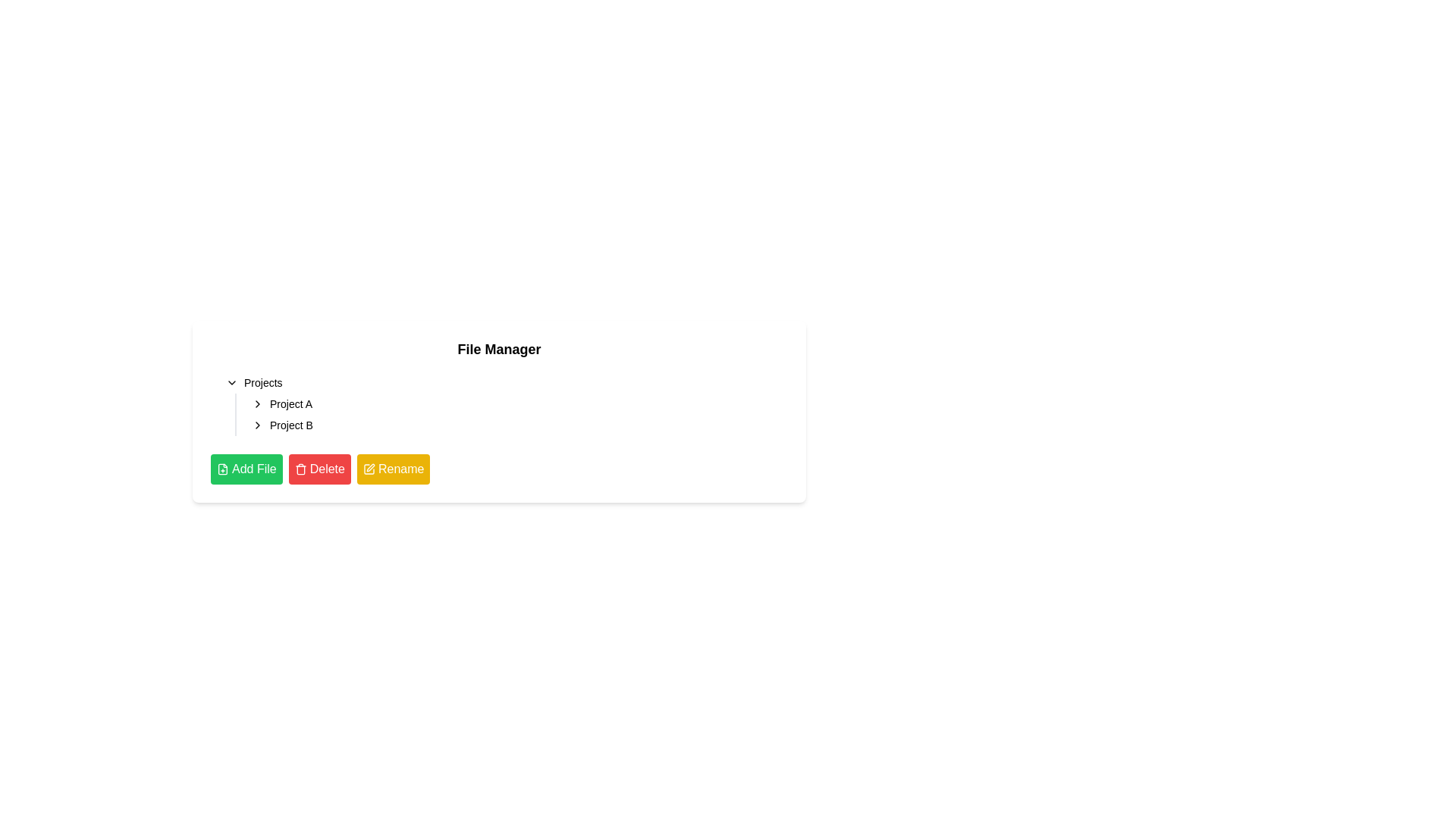 This screenshot has width=1456, height=819. What do you see at coordinates (291, 403) in the screenshot?
I see `the text label representing a project item in the file manager interface, located in the second column under the 'Projects' label, aligned with the arrow icon and 'Project B'` at bounding box center [291, 403].